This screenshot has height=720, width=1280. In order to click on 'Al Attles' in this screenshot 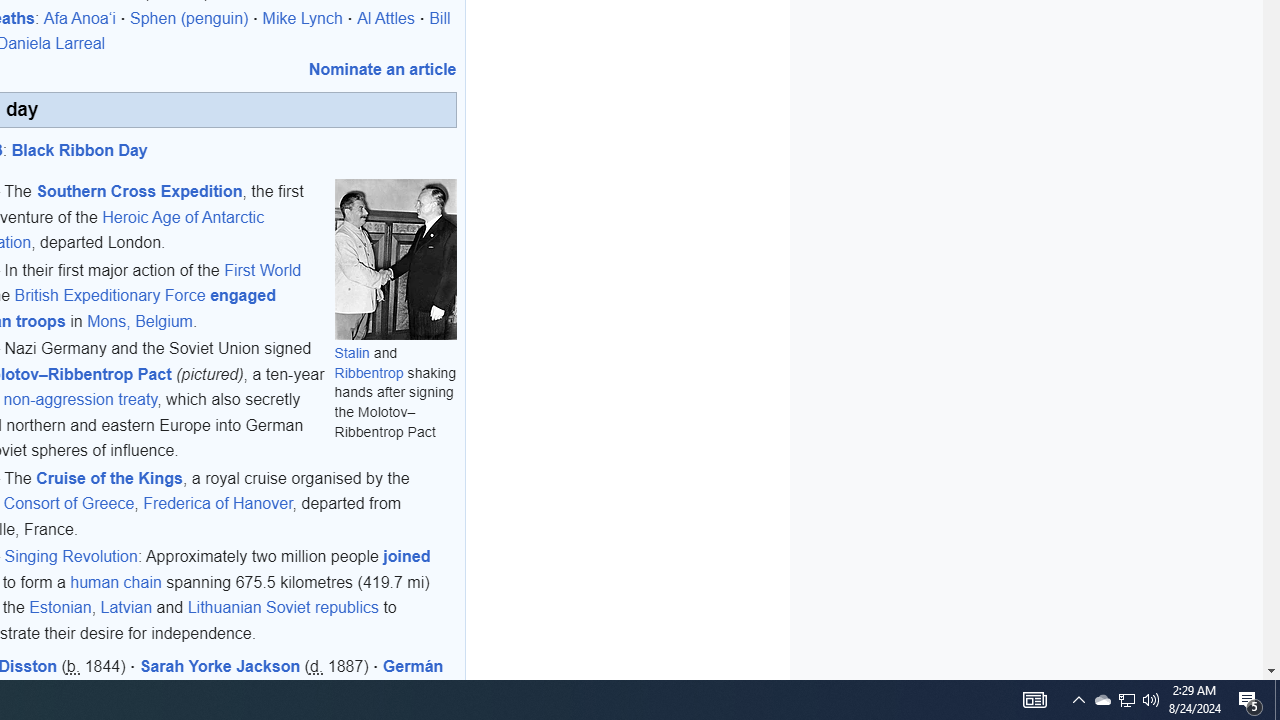, I will do `click(385, 18)`.